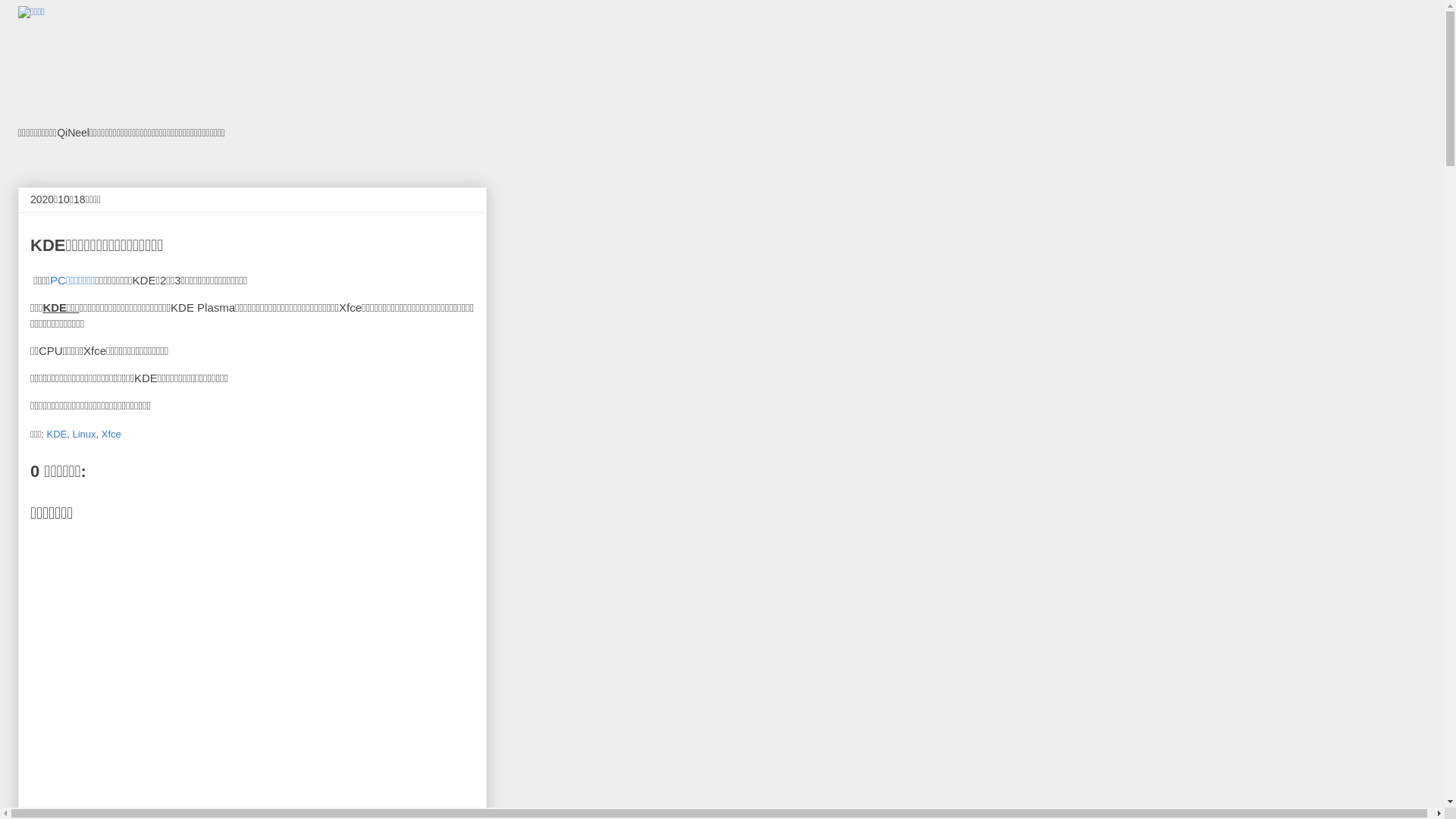 The height and width of the screenshot is (819, 1456). What do you see at coordinates (56, 433) in the screenshot?
I see `'KDE'` at bounding box center [56, 433].